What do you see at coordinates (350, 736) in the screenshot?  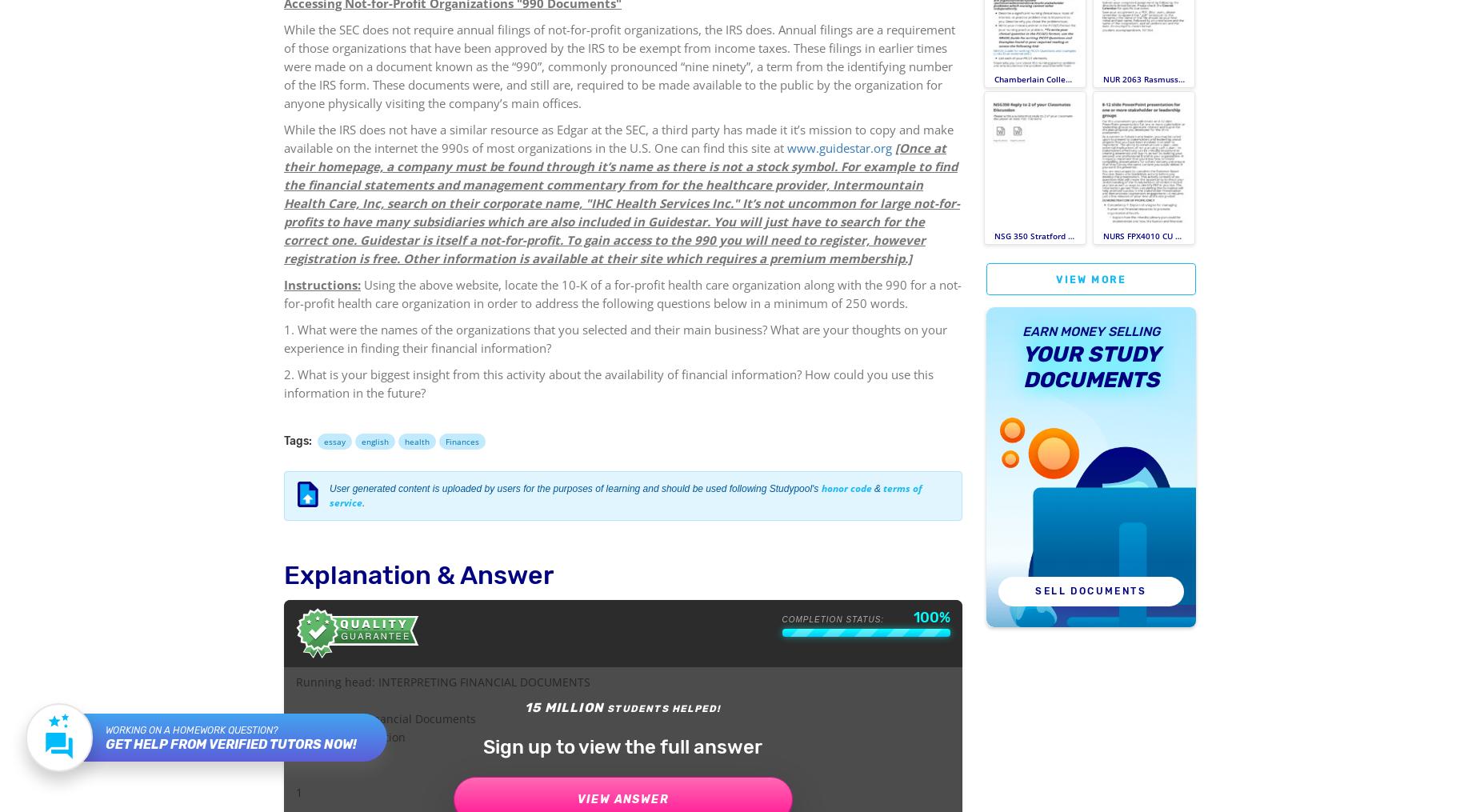 I see `'Institution Affiliation'` at bounding box center [350, 736].